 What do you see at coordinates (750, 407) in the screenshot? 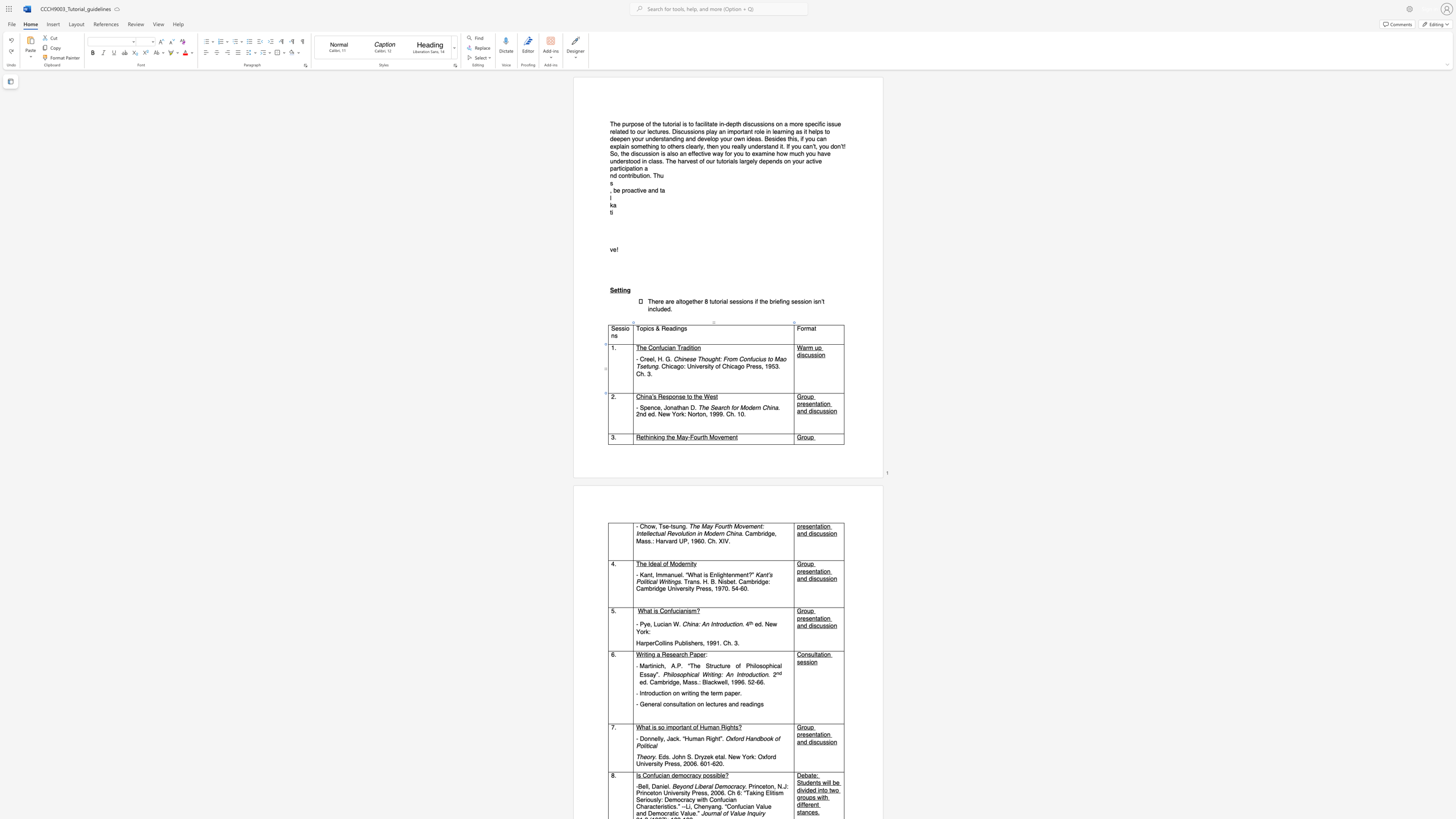
I see `the 1th character "d" in the text` at bounding box center [750, 407].